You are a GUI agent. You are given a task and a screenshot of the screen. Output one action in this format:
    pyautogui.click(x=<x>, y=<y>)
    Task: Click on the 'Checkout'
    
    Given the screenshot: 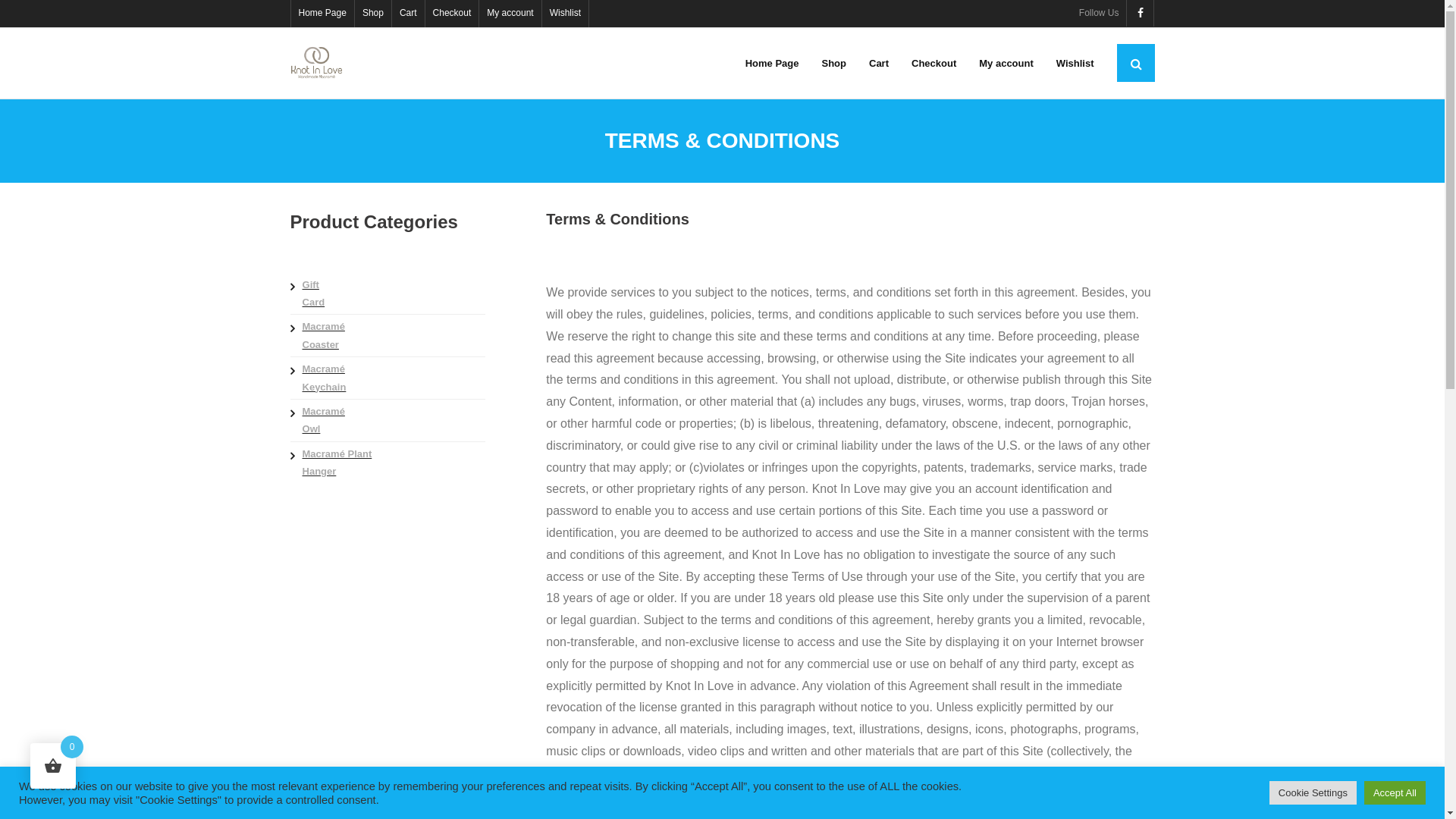 What is the action you would take?
    pyautogui.click(x=425, y=14)
    